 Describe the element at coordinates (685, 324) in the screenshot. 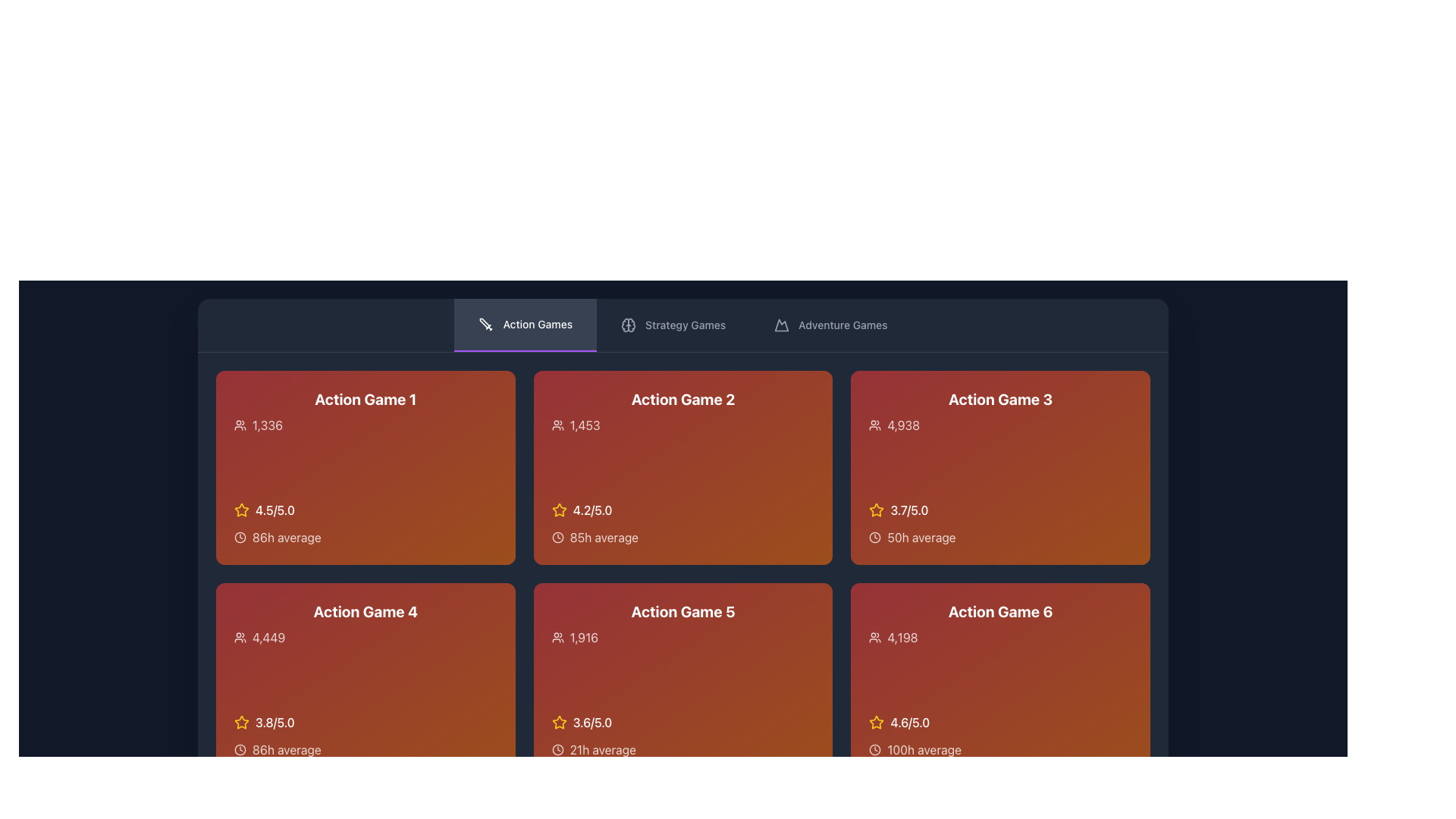

I see `the 'Strategy Games' text button in the upper central area of the interface` at that location.